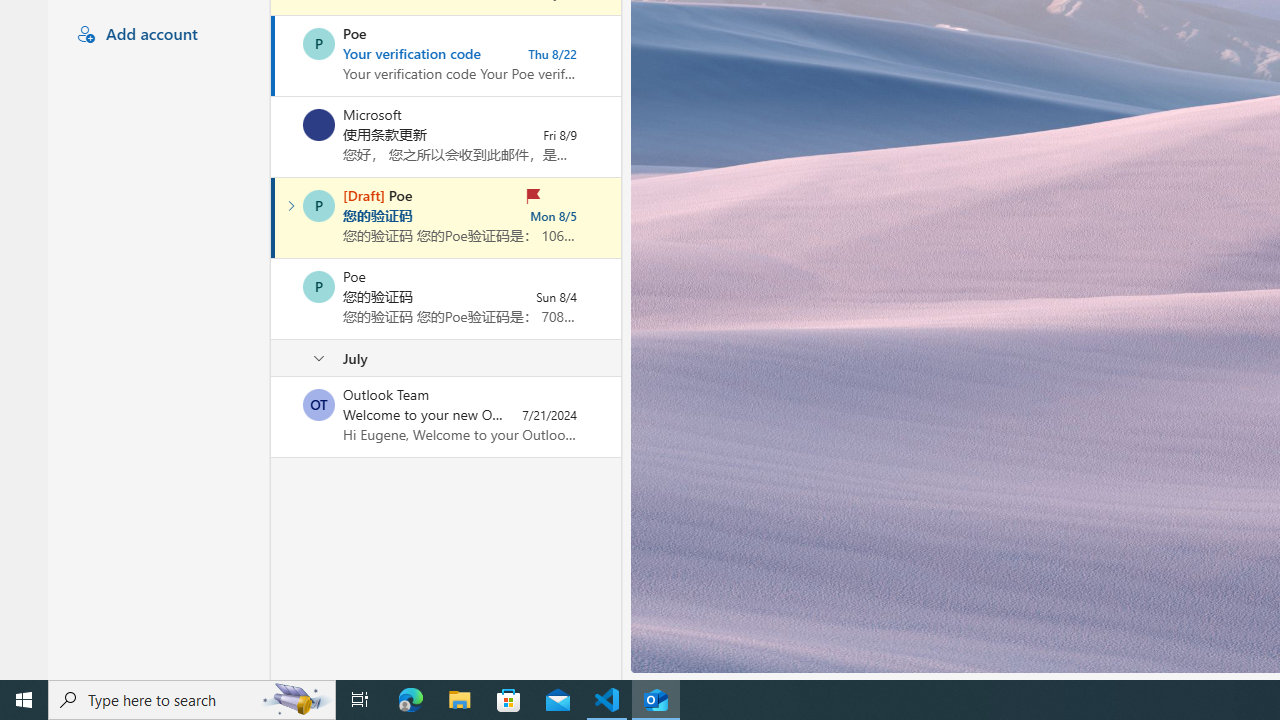 The width and height of the screenshot is (1280, 720). I want to click on 'Expand conversation', so click(290, 205).